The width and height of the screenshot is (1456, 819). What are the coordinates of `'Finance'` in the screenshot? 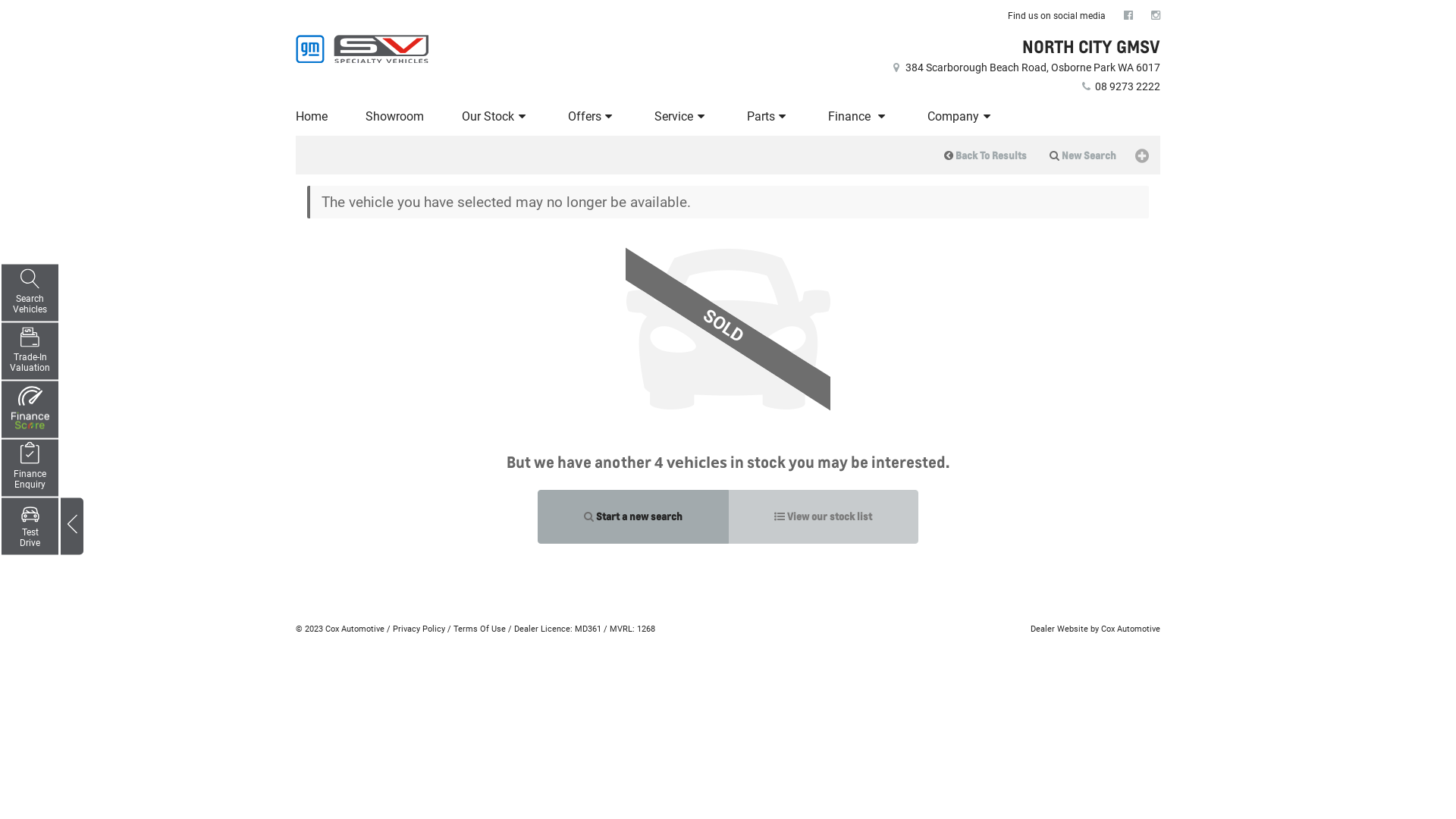 It's located at (858, 116).